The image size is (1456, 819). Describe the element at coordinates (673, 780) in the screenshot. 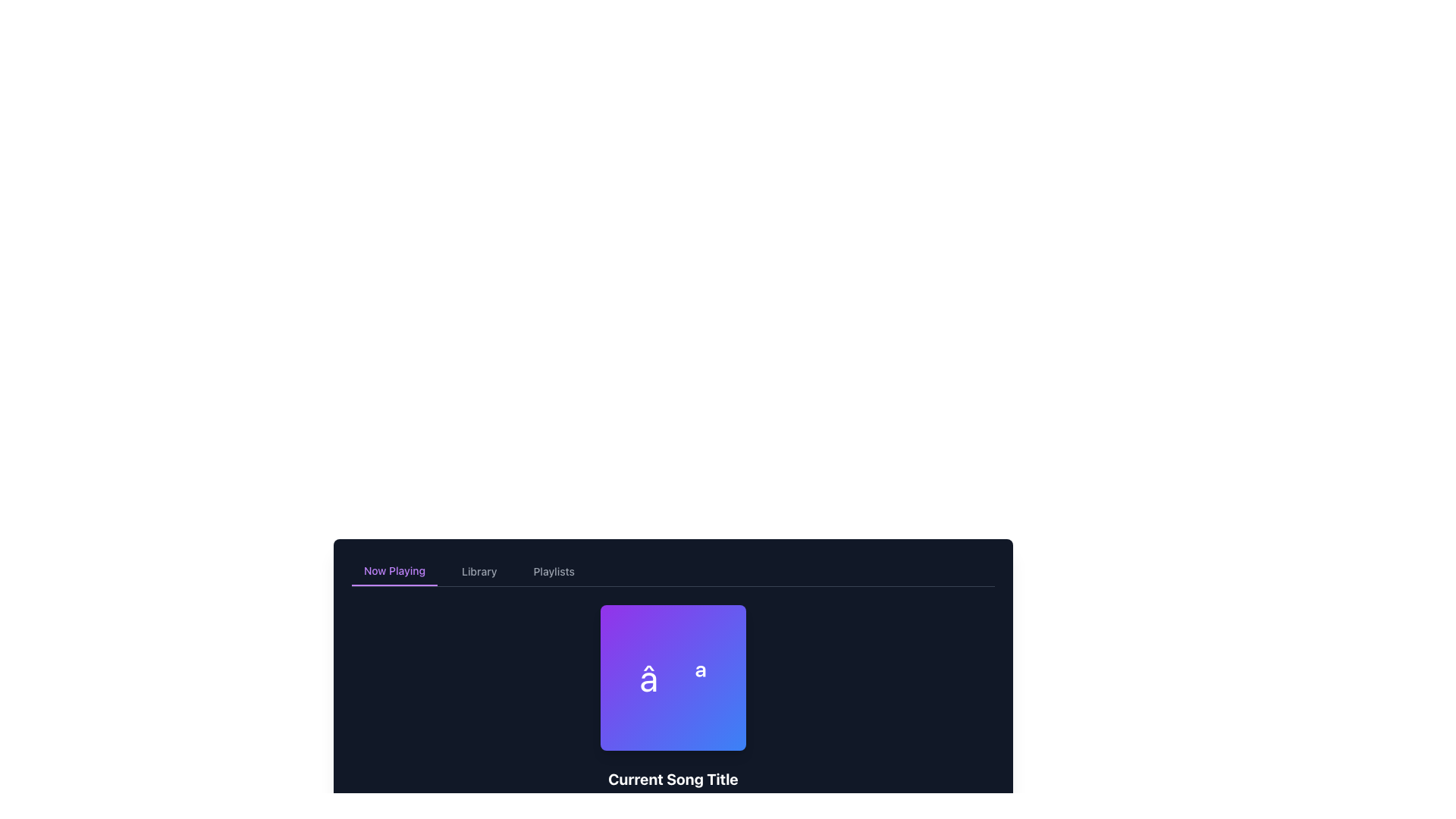

I see `the static text element displaying the title of the currently playing song, which is centered horizontally at the bottom of the music panel` at that location.